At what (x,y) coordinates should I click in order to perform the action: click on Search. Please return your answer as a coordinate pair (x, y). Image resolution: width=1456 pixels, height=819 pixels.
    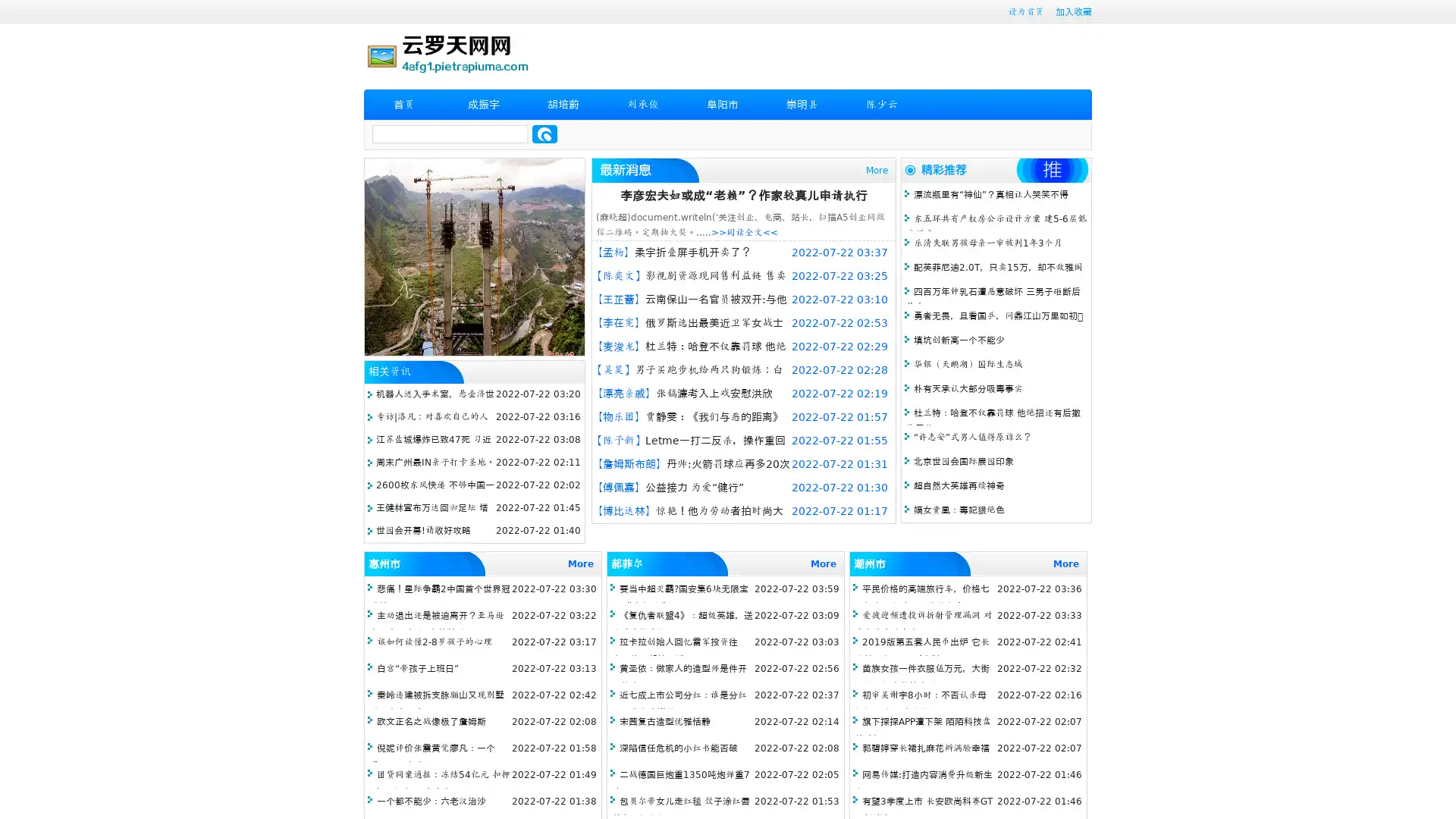
    Looking at the image, I should click on (544, 133).